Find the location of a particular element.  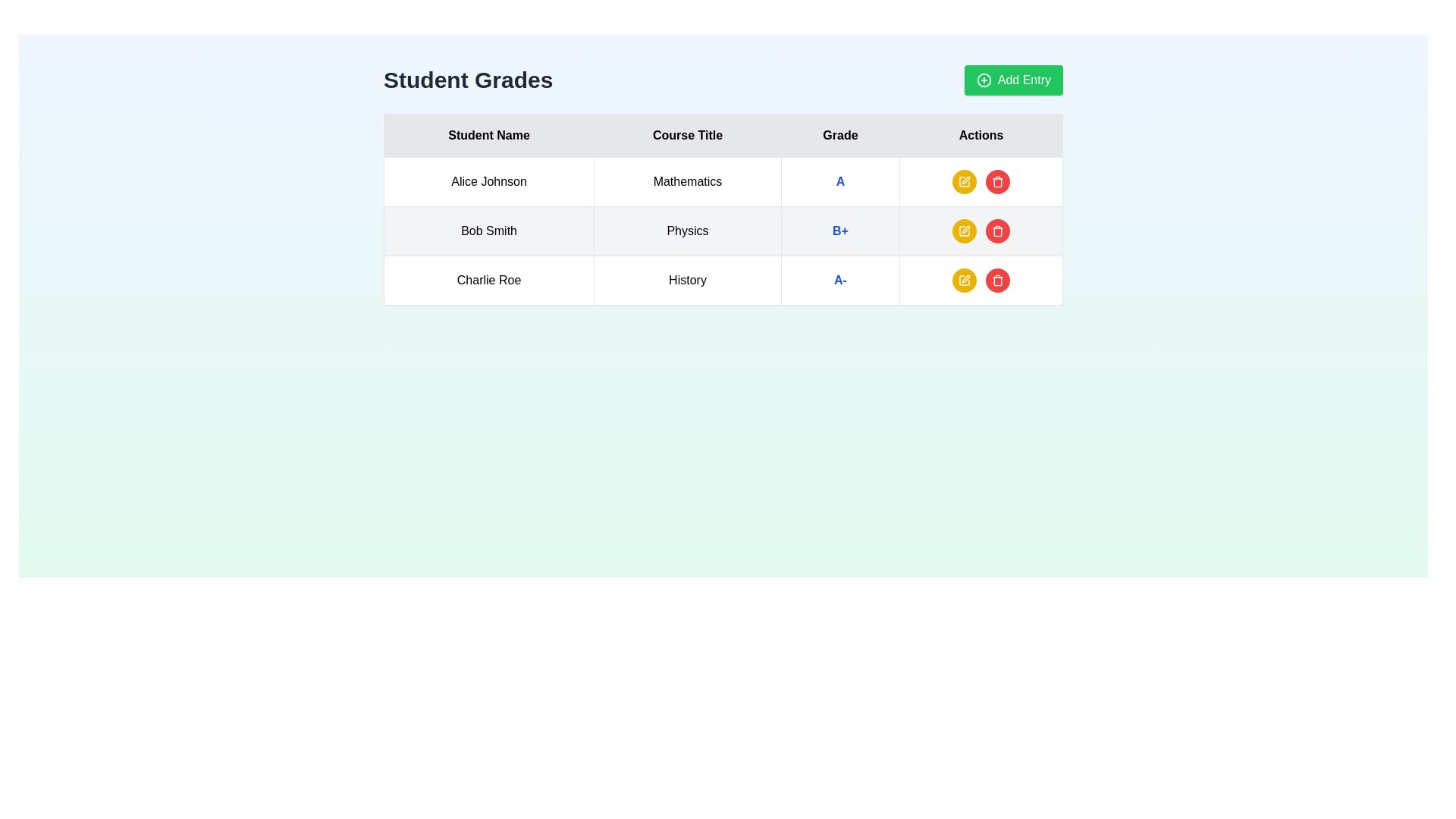

the edit button located in the 'Actions' column of the first row in the student grades table is located at coordinates (964, 180).